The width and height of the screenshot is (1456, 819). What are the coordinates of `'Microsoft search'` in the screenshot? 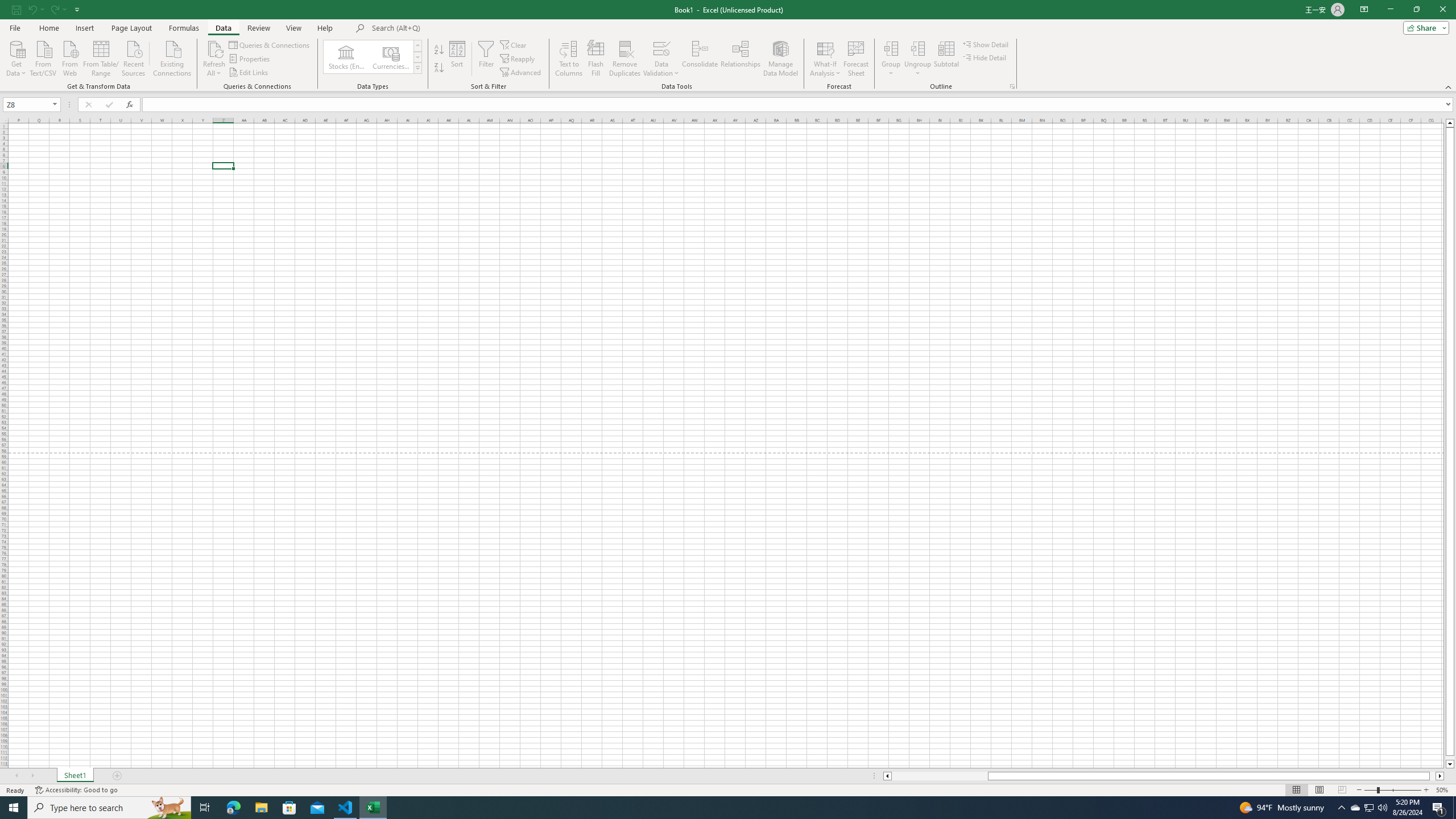 It's located at (450, 28).